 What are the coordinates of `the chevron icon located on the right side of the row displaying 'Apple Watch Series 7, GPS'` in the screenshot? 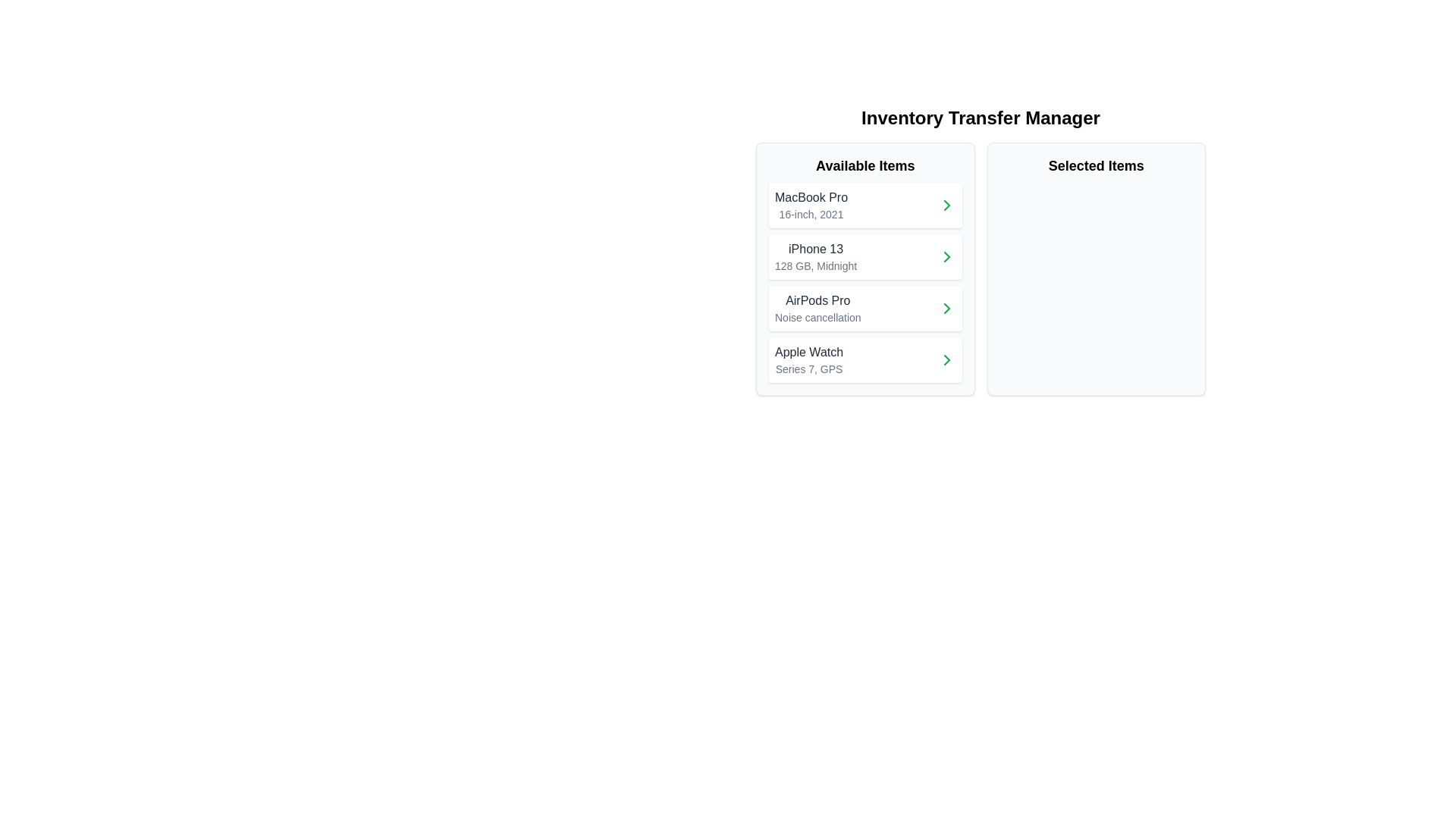 It's located at (946, 359).